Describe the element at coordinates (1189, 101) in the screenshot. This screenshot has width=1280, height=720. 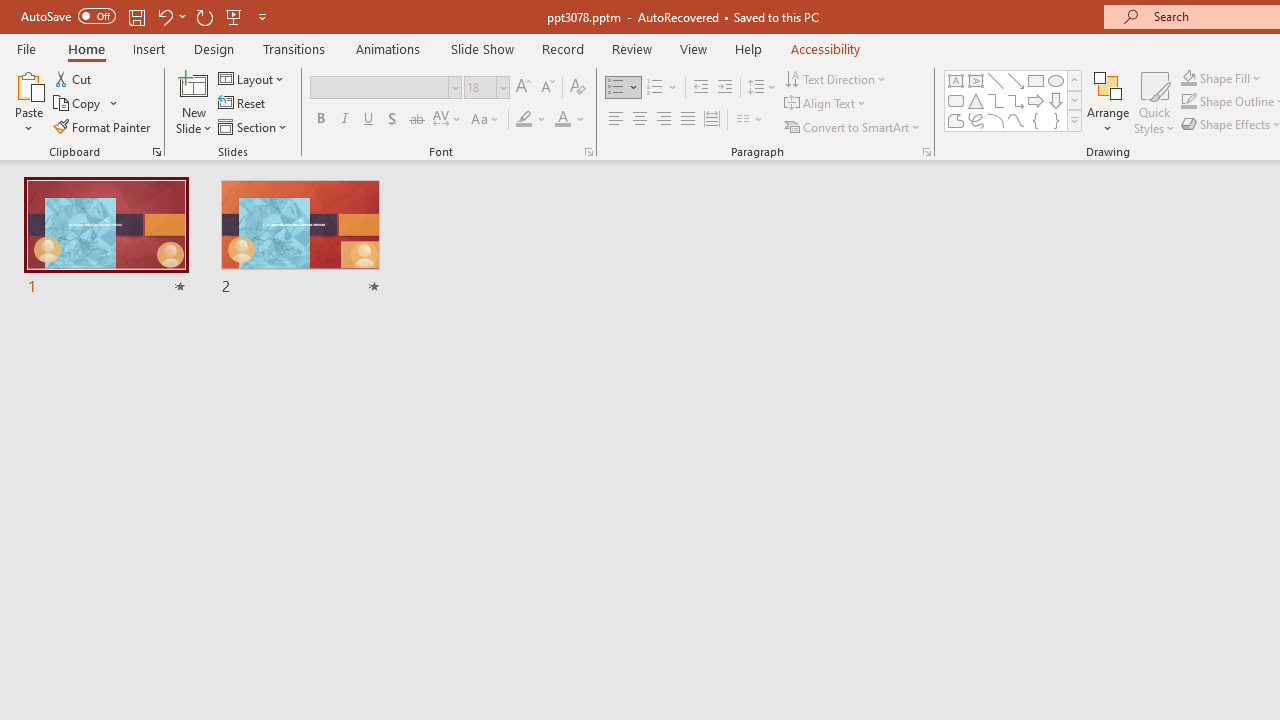
I see `'Shape Outline Green, Accent 1'` at that location.